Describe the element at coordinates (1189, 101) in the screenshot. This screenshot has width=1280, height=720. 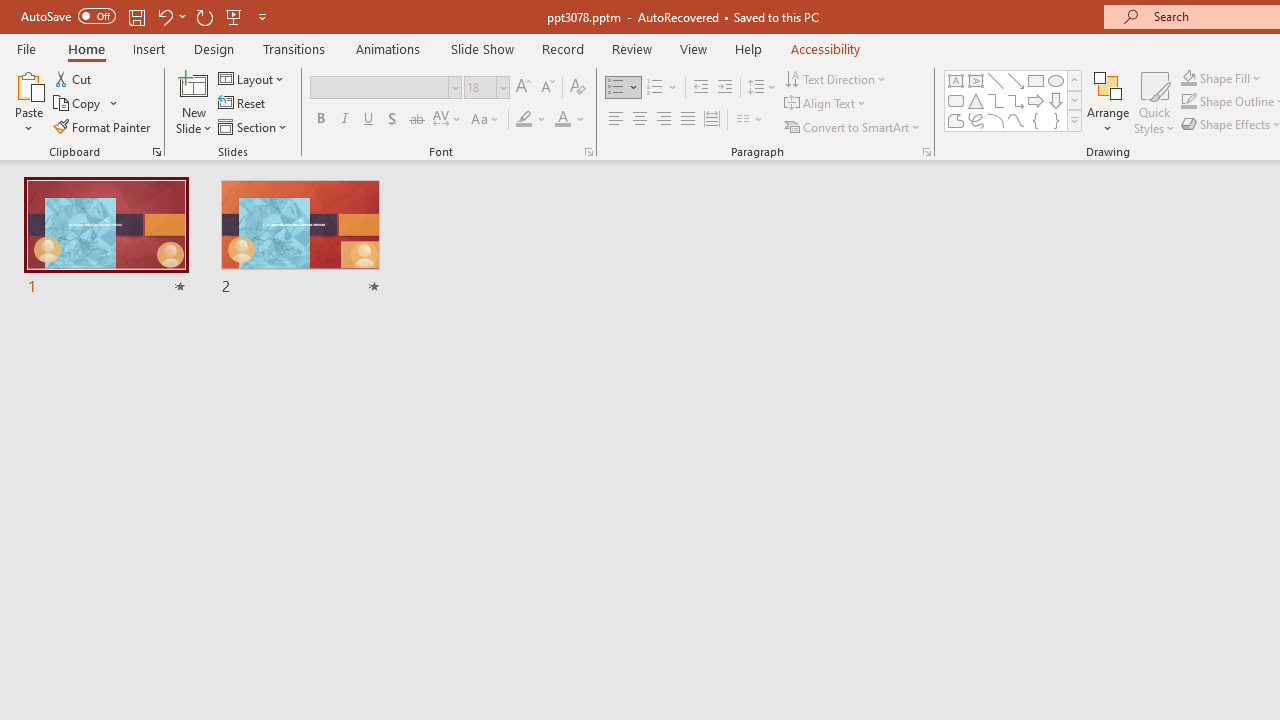
I see `'Shape Outline Green, Accent 1'` at that location.